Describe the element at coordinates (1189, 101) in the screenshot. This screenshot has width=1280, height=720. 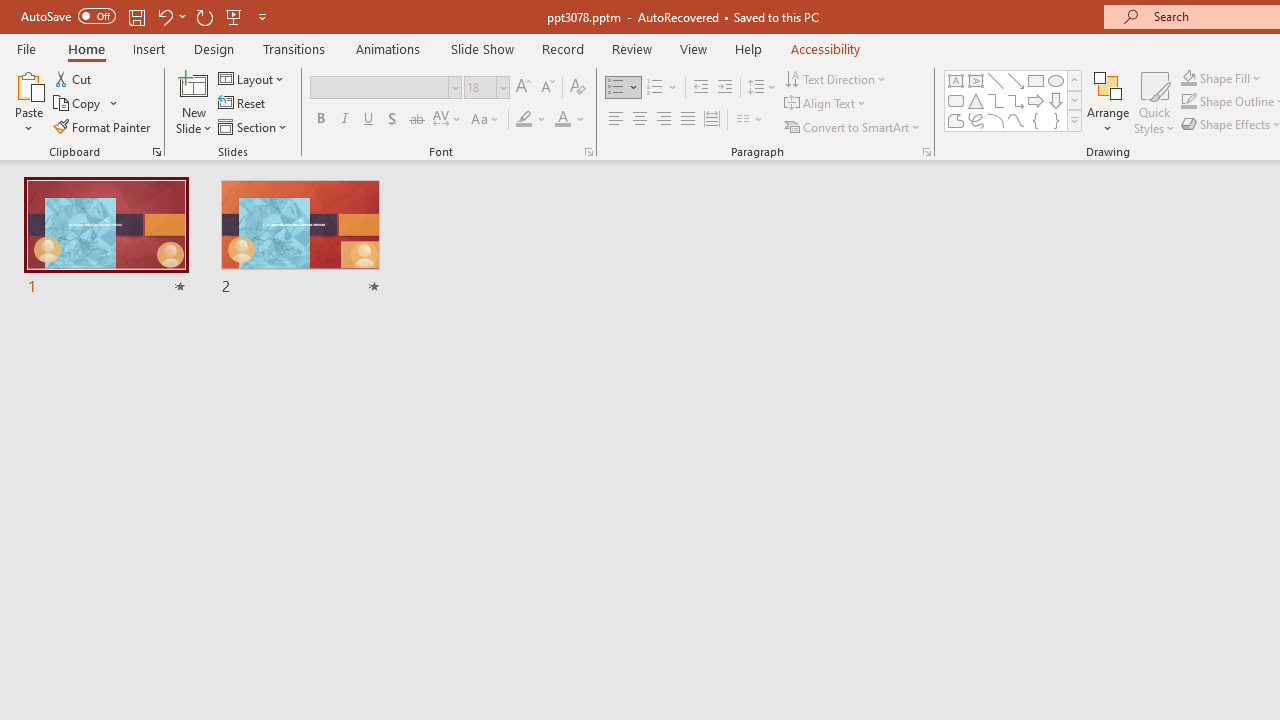
I see `'Shape Outline Green, Accent 1'` at that location.